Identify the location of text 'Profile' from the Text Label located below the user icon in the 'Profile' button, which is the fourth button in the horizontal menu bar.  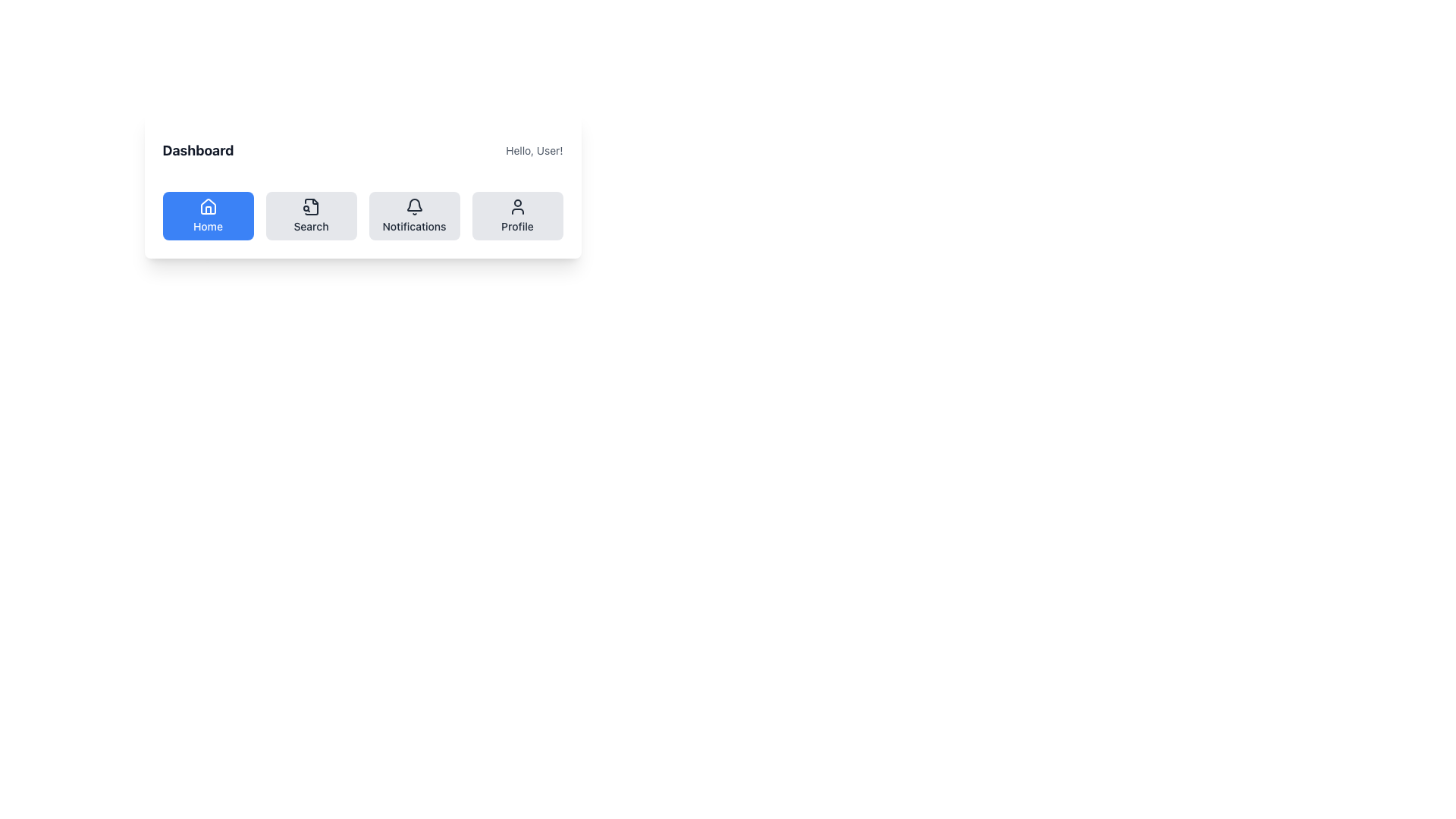
(517, 227).